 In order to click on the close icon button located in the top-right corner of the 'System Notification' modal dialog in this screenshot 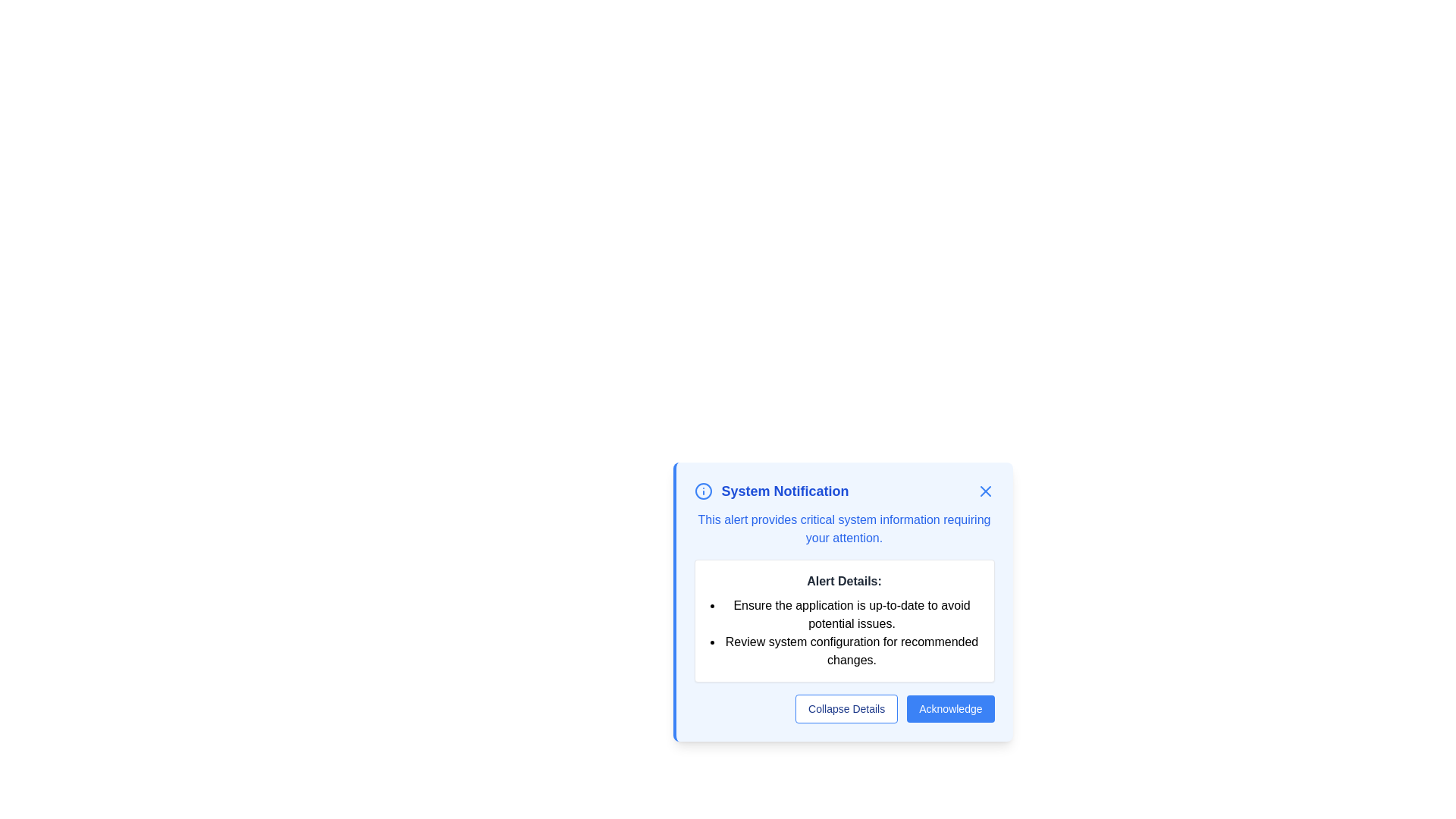, I will do `click(985, 491)`.